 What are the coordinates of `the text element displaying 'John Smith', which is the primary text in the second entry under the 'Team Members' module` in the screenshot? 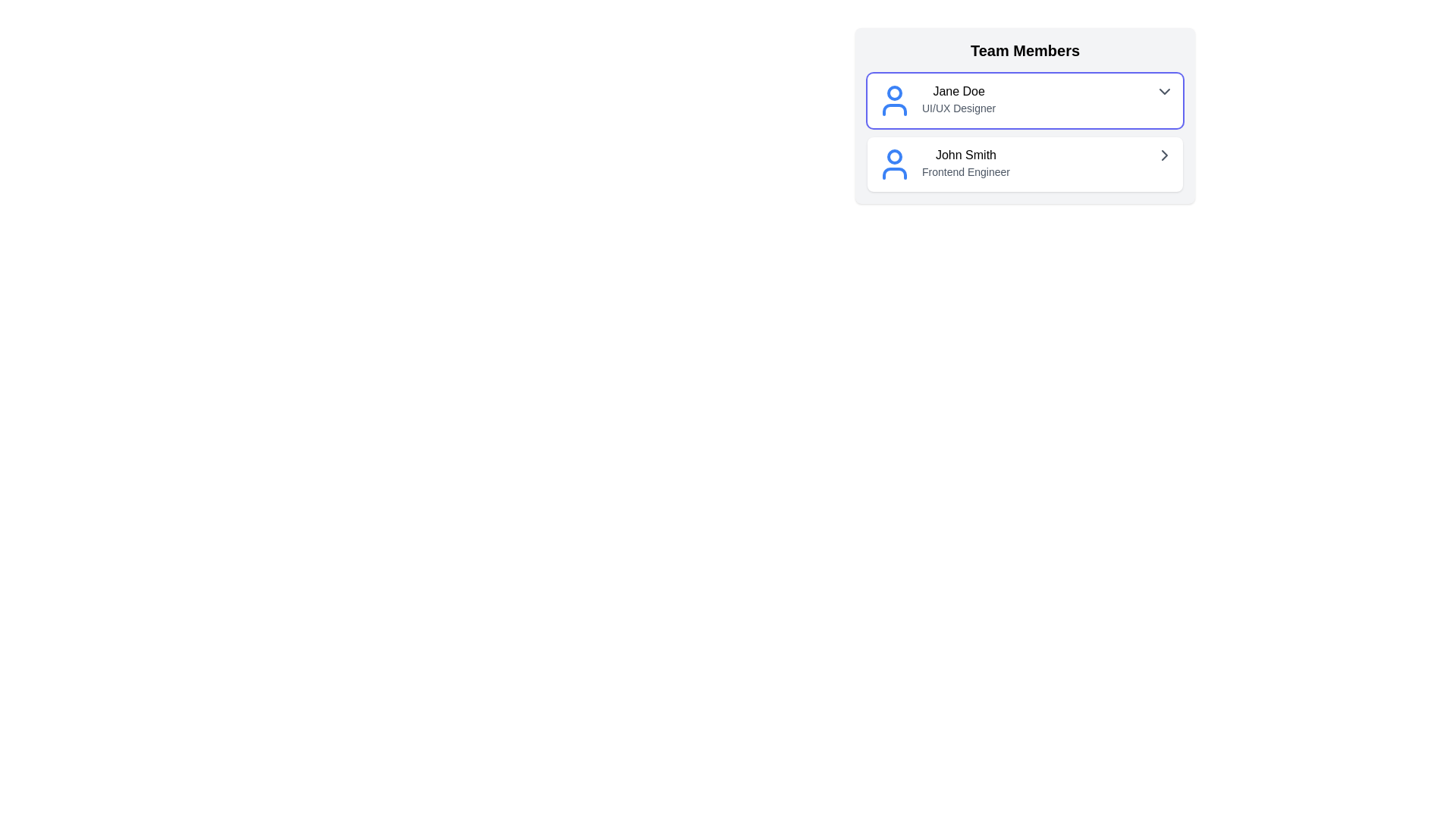 It's located at (965, 155).